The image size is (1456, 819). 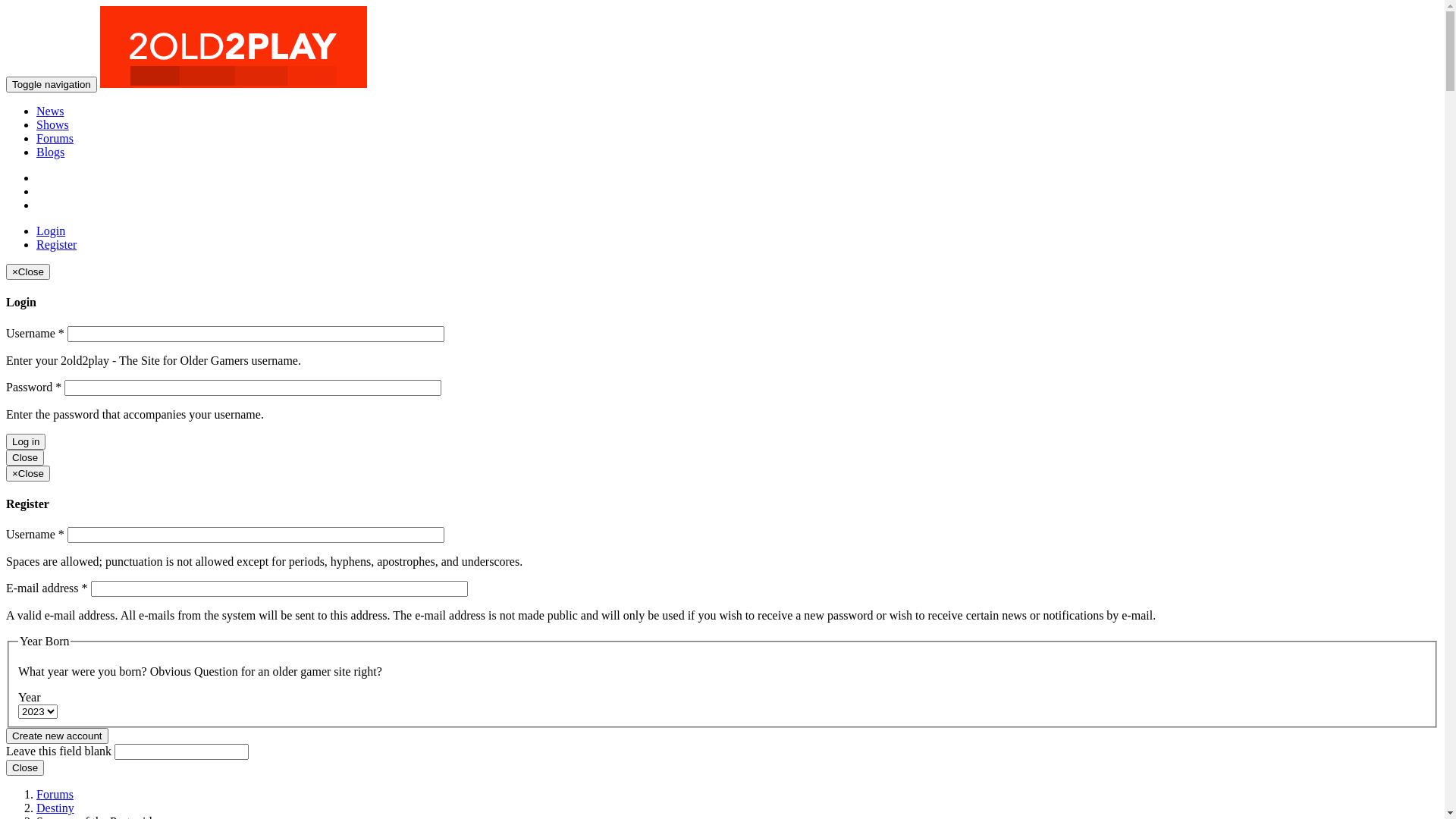 I want to click on 'Toggle navigation', so click(x=51, y=84).